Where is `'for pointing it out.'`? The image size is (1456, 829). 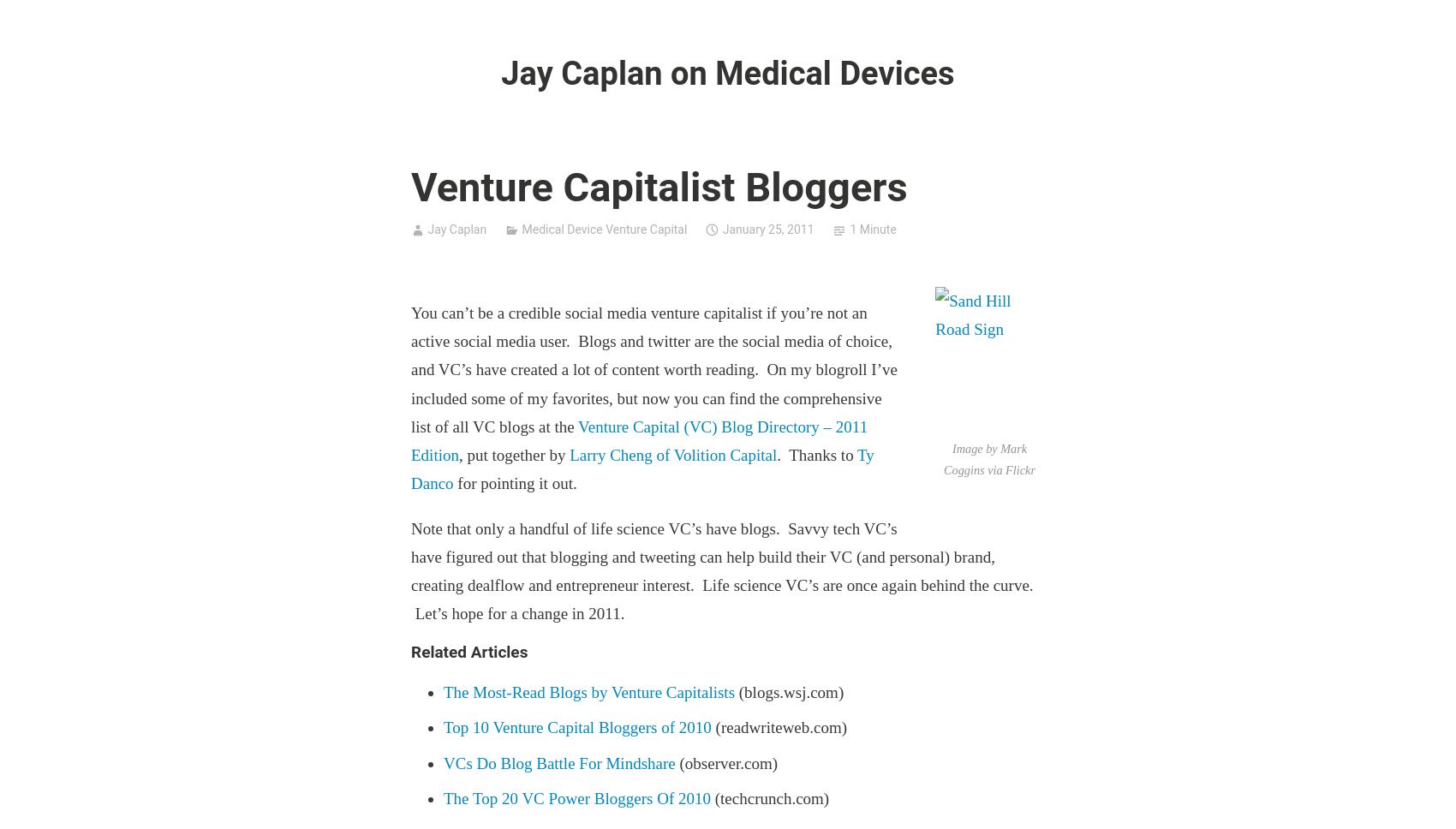
'for pointing it out.' is located at coordinates (513, 482).